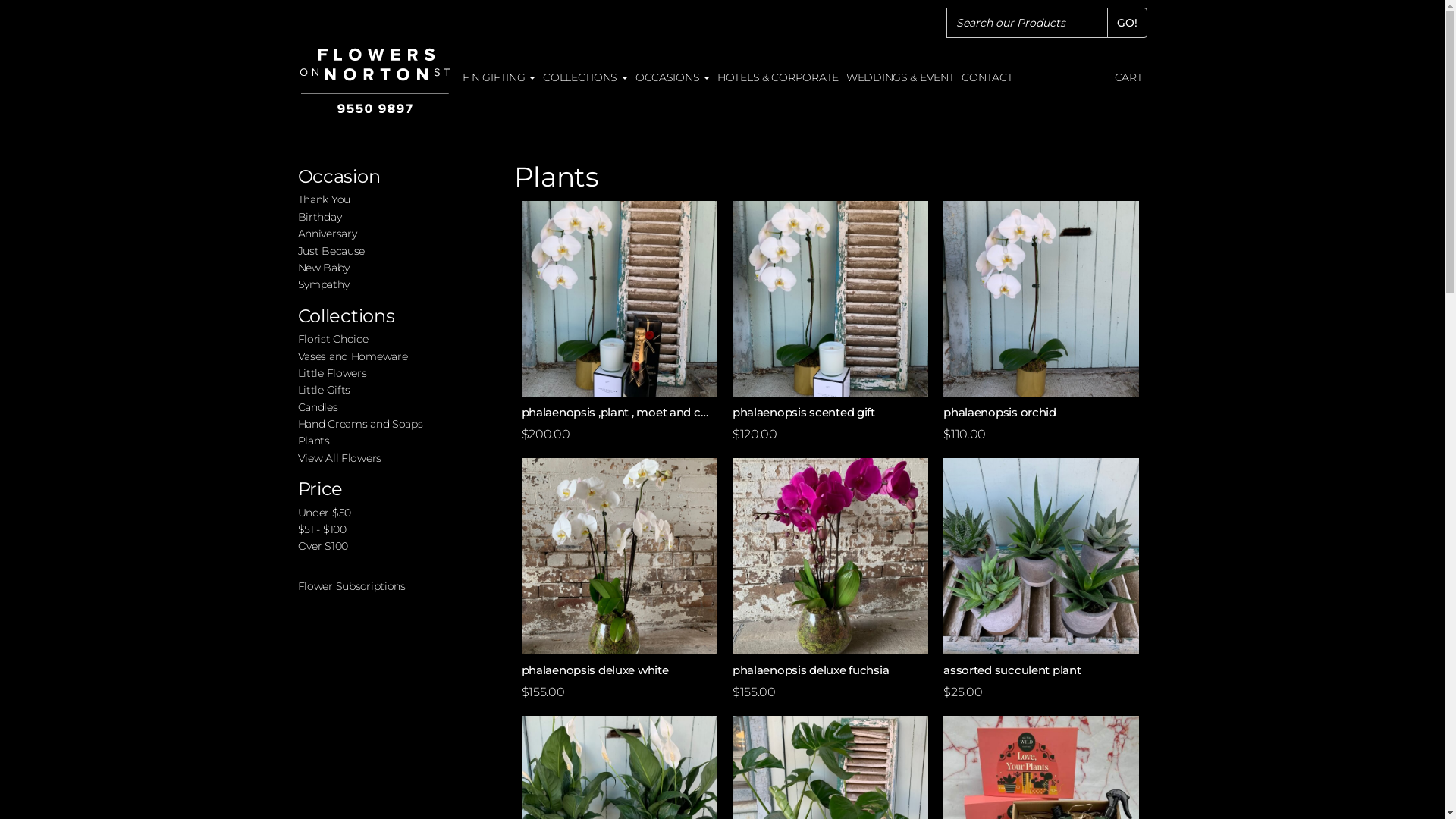 Image resolution: width=1456 pixels, height=819 pixels. I want to click on 'OCCASIONS', so click(672, 77).